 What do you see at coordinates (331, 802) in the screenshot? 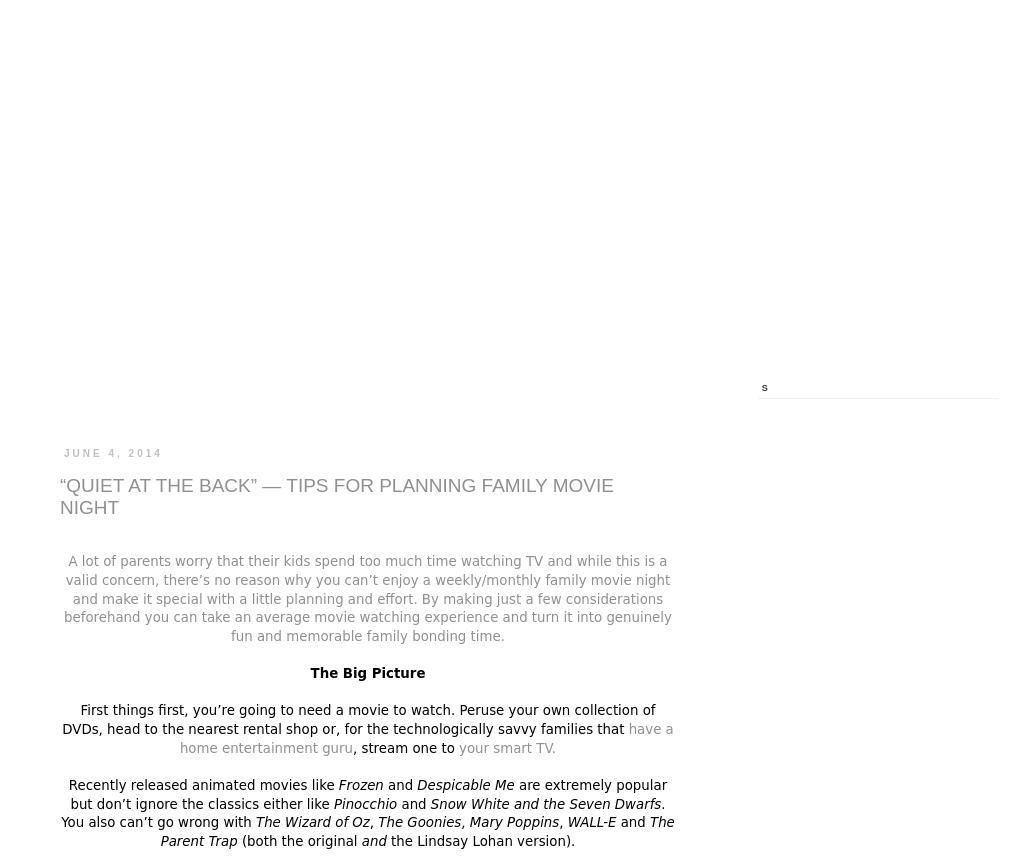
I see `'Pinocchio'` at bounding box center [331, 802].